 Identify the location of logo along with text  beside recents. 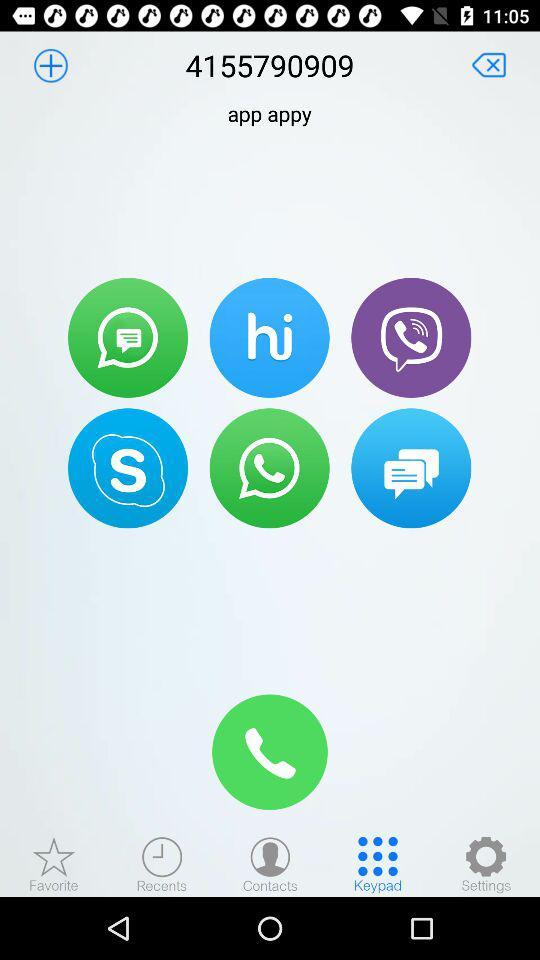
(54, 863).